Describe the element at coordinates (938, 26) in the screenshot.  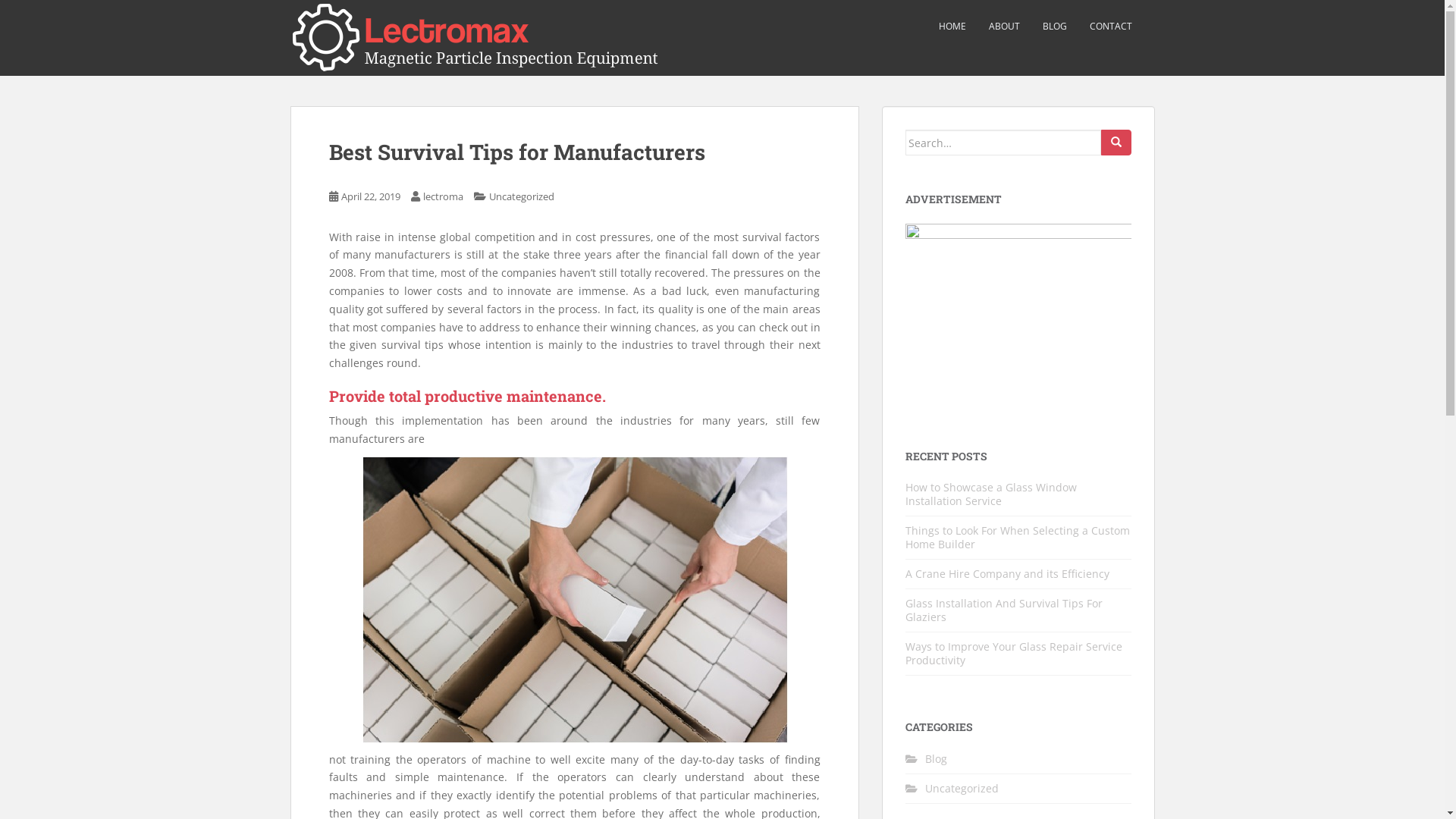
I see `'HOME'` at that location.